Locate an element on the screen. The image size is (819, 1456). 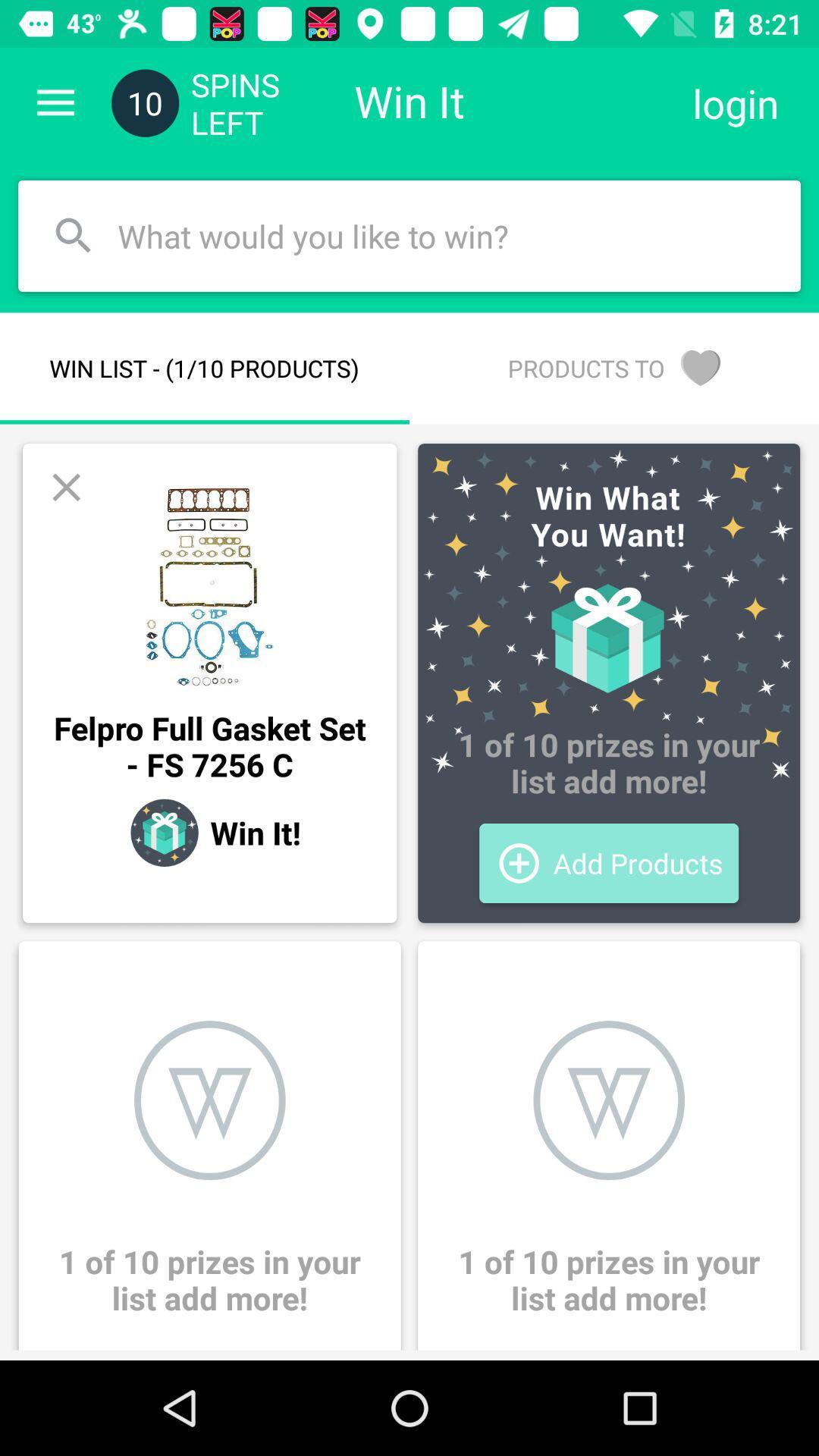
item next to the 10 icon is located at coordinates (55, 102).